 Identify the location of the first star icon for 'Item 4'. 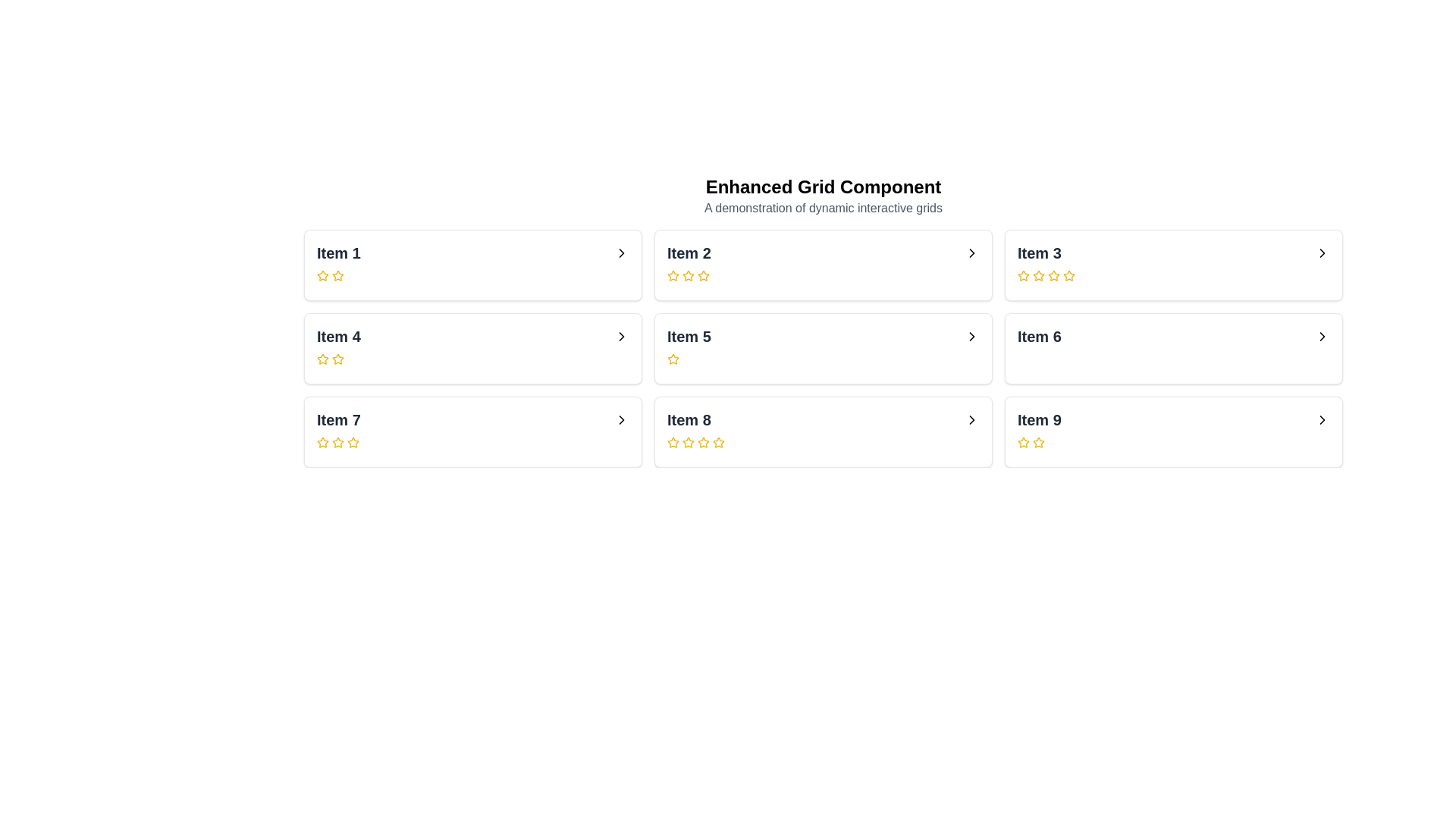
(322, 359).